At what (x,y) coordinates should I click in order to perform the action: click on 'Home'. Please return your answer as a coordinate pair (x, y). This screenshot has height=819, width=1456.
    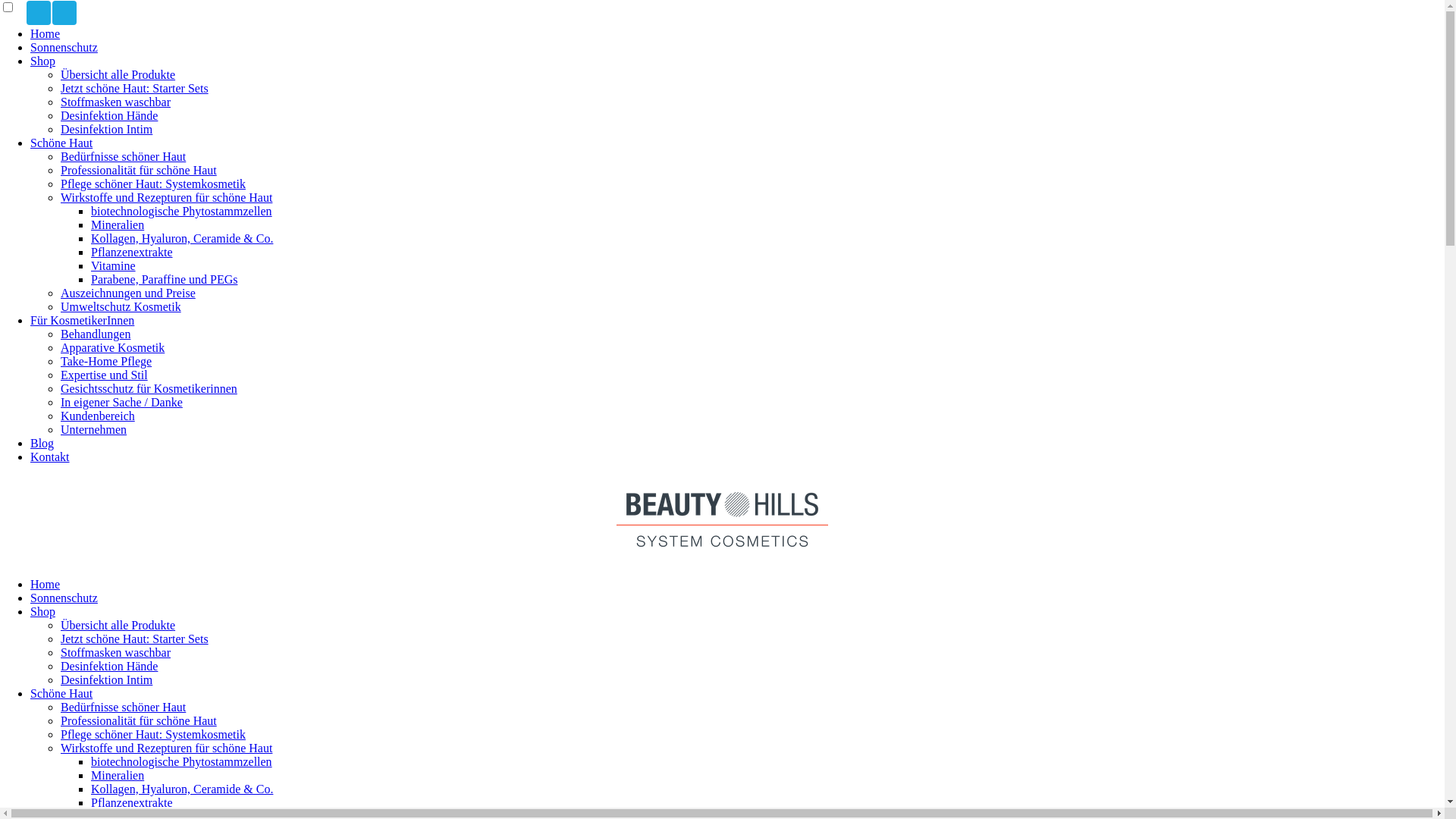
    Looking at the image, I should click on (45, 583).